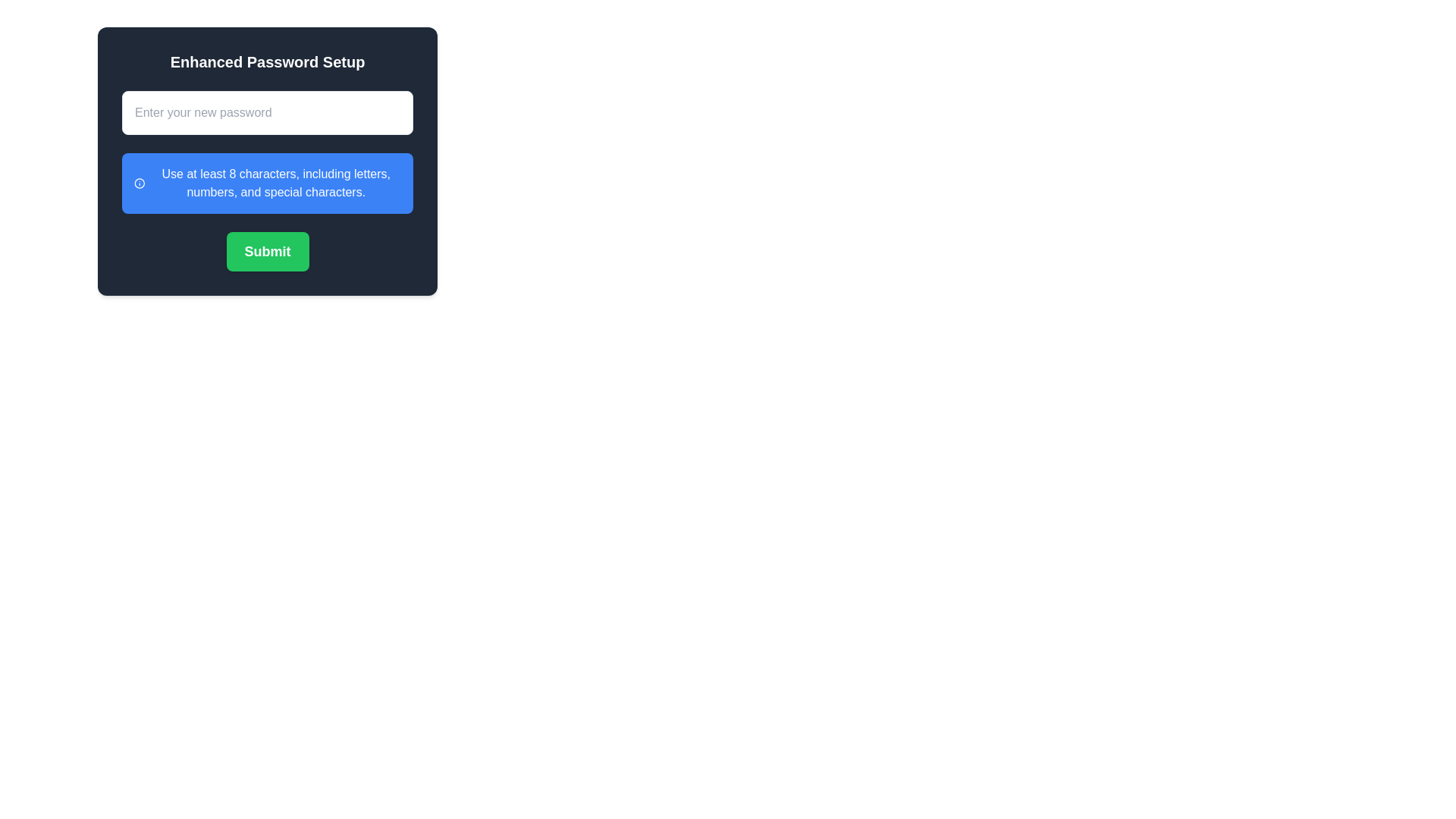 This screenshot has width=1456, height=819. What do you see at coordinates (392, 112) in the screenshot?
I see `the visibility toggle button for the password input` at bounding box center [392, 112].